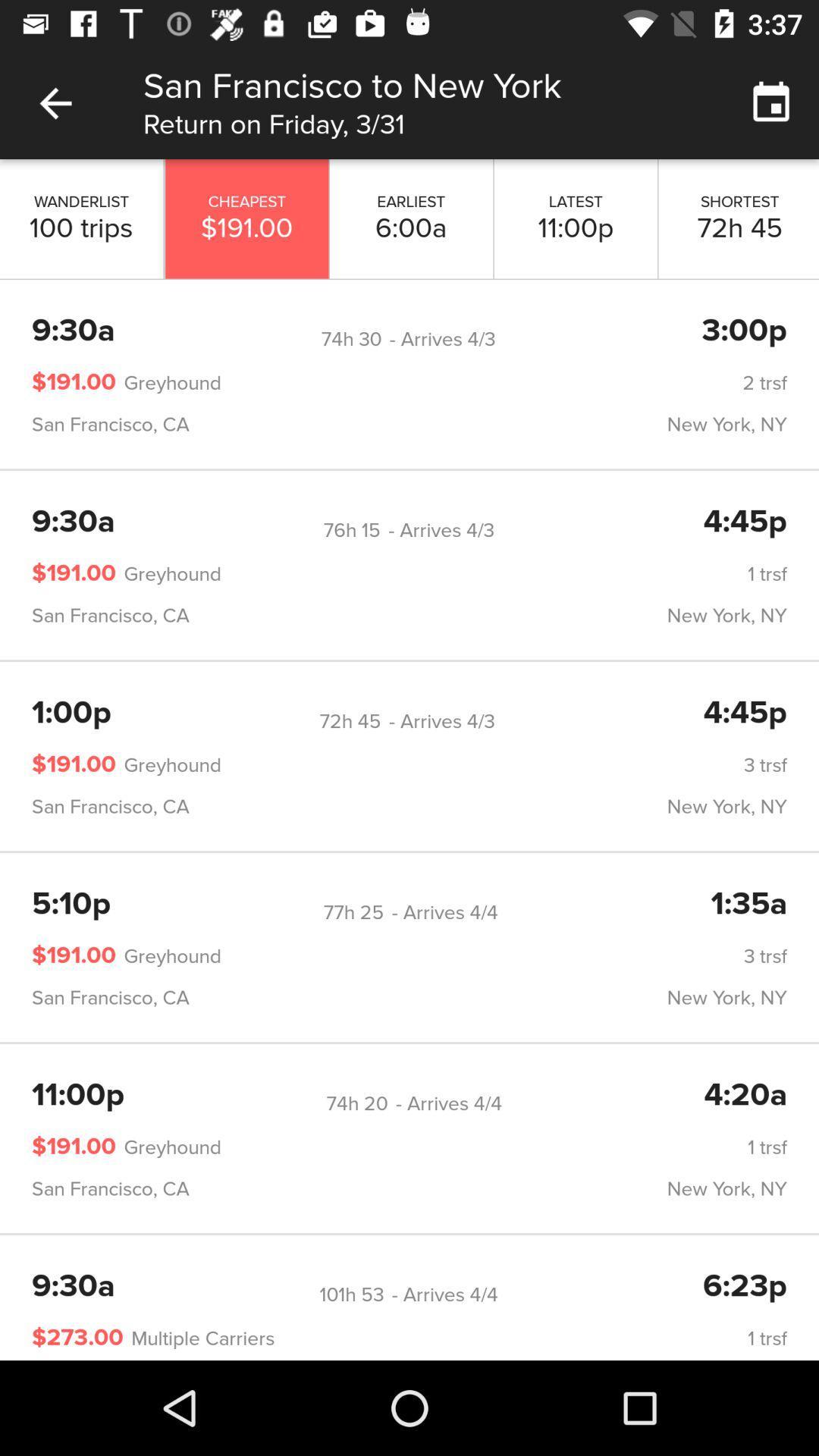 The width and height of the screenshot is (819, 1456). I want to click on item above san francisco, ca icon, so click(504, 383).